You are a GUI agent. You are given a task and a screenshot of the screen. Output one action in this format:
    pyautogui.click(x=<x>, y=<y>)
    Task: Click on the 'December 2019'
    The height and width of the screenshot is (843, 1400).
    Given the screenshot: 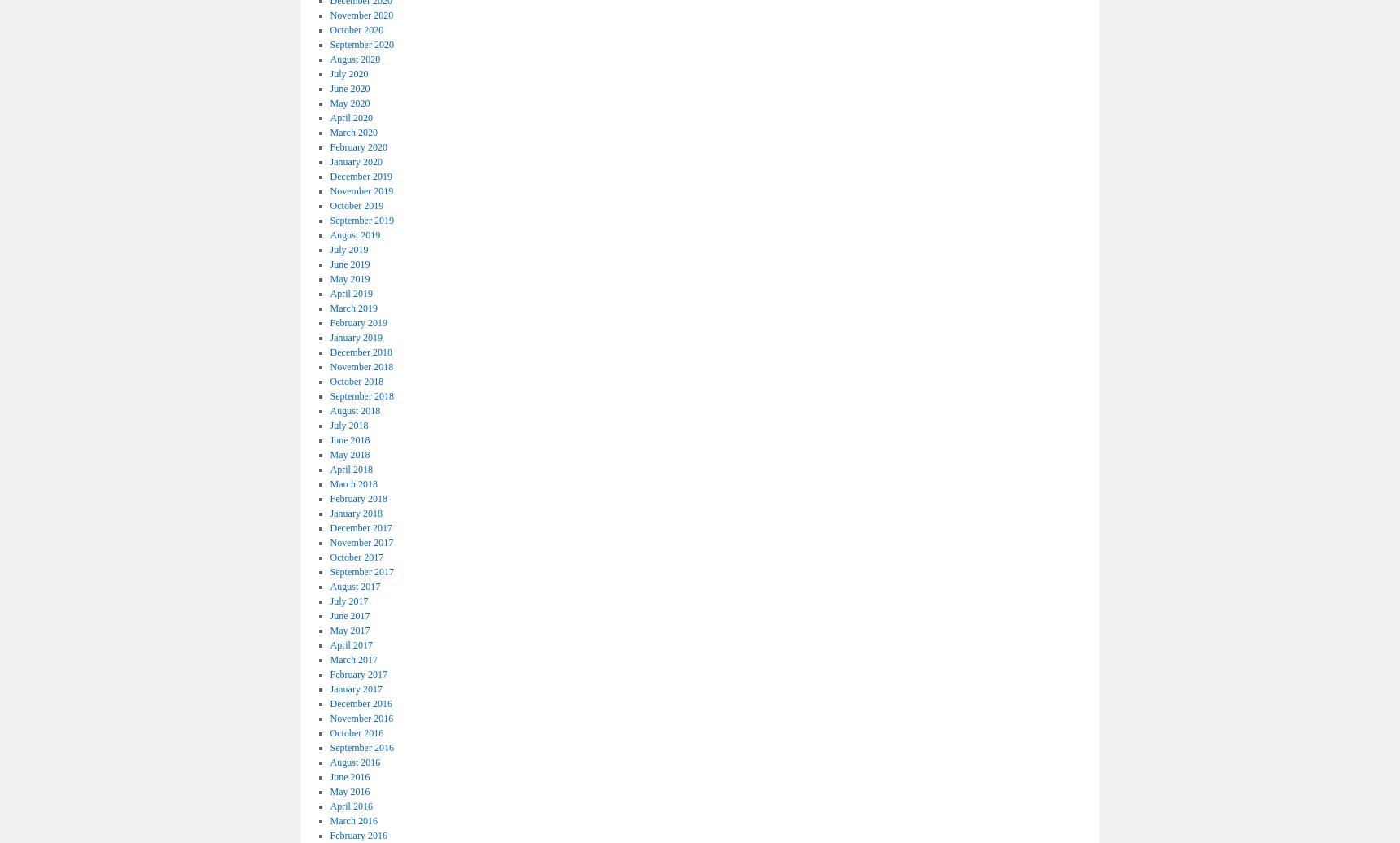 What is the action you would take?
    pyautogui.click(x=360, y=176)
    